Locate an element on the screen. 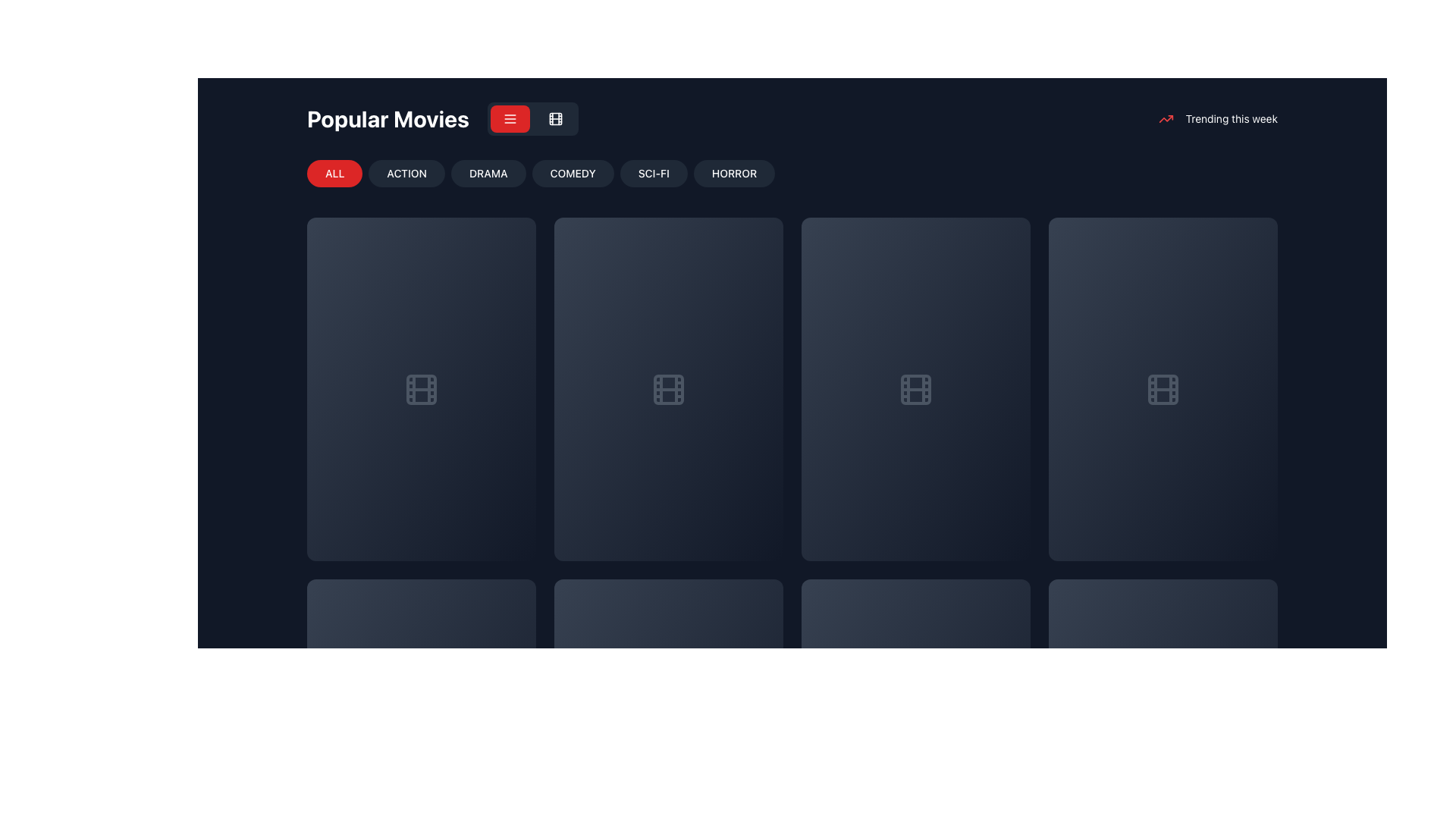 This screenshot has height=819, width=1456. the filtering button located in the upper-middle section of the page, below the title 'Popular Movies', to filter items by action category is located at coordinates (406, 172).